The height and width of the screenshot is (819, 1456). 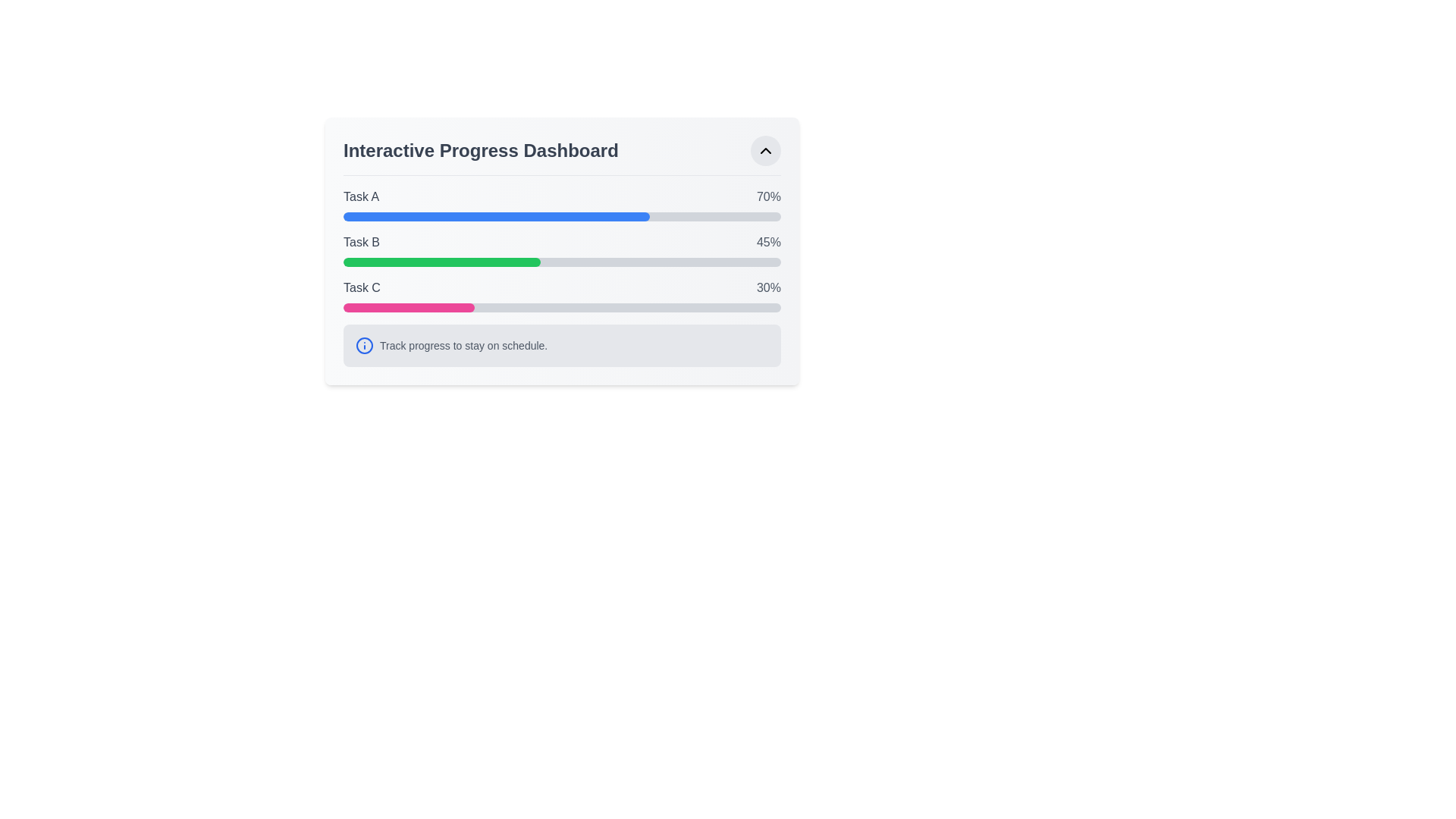 What do you see at coordinates (561, 307) in the screenshot?
I see `the progress bar indicating 30% completion for Task C, which is the third item in the vertical list of progress bars within the dashboard` at bounding box center [561, 307].